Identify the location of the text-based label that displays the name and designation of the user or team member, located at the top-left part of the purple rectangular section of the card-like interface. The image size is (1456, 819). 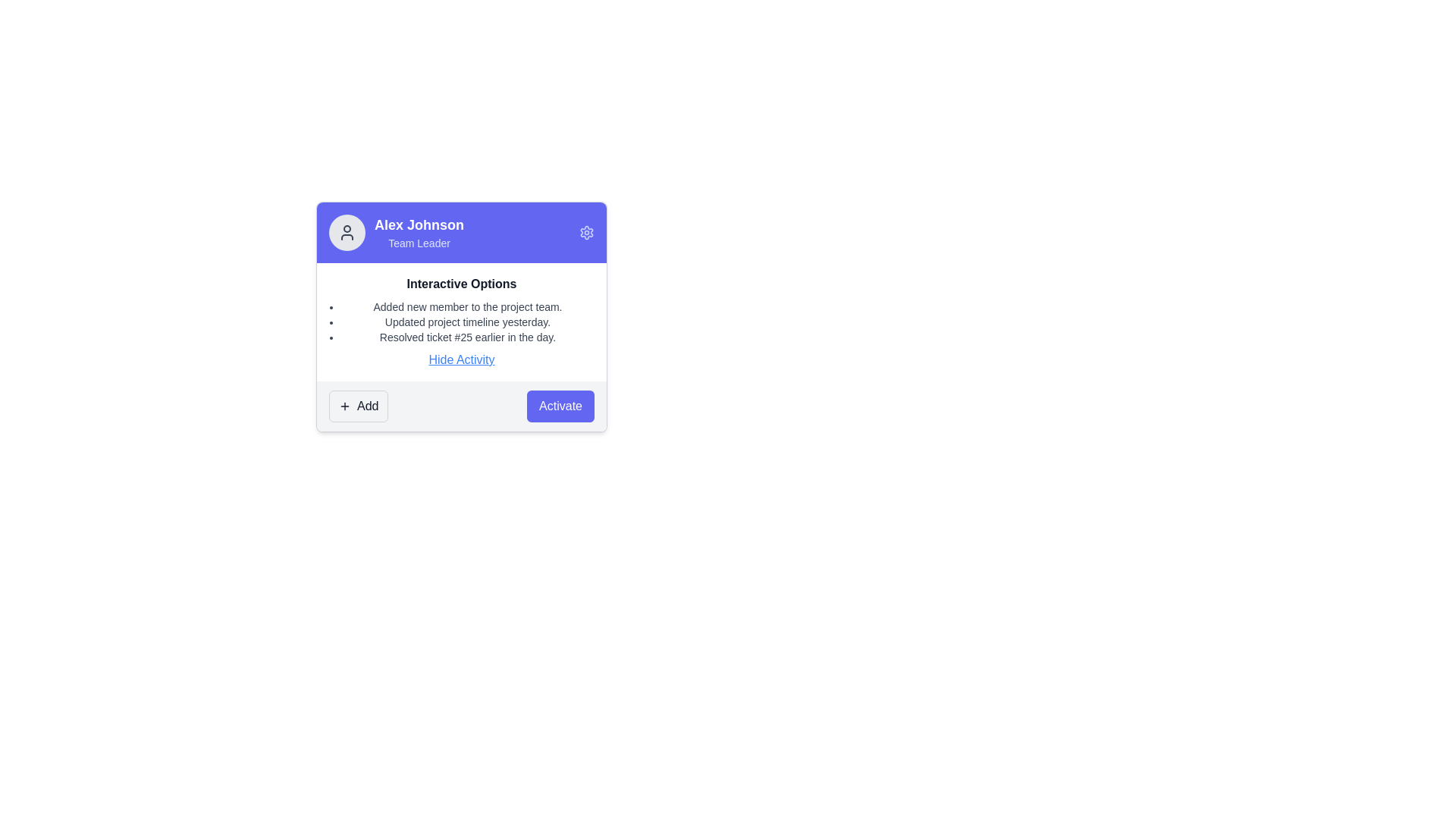
(397, 233).